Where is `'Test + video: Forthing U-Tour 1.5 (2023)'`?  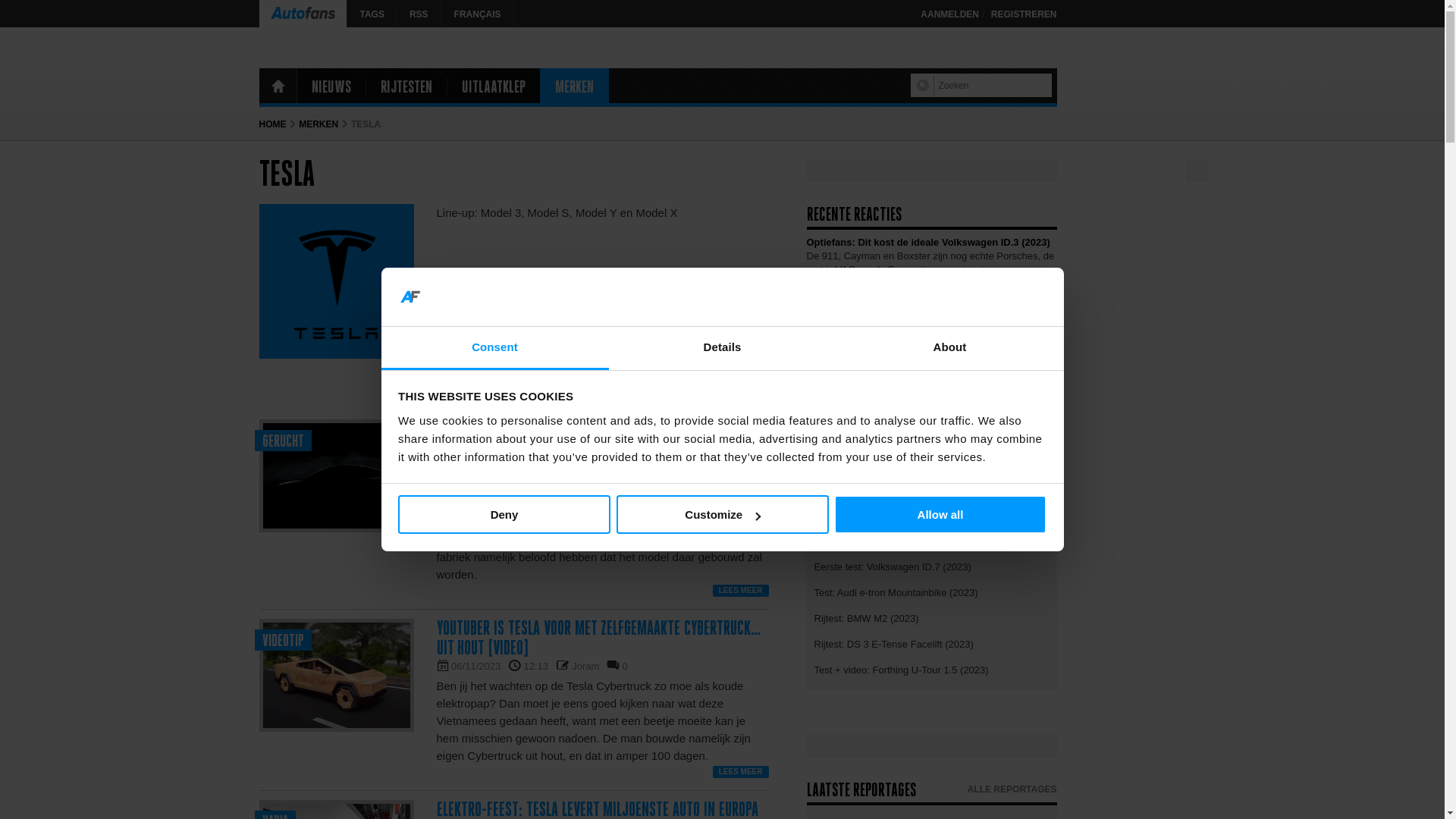
'Test + video: Forthing U-Tour 1.5 (2023)' is located at coordinates (930, 668).